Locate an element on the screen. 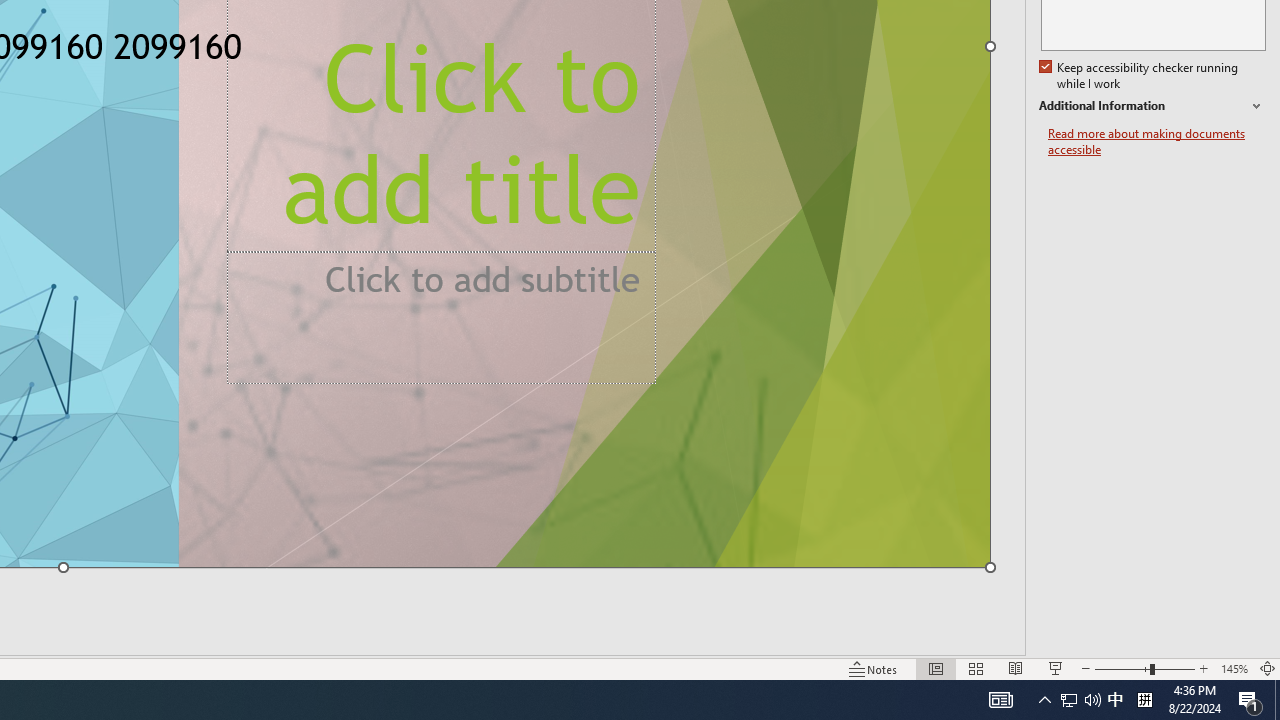 The width and height of the screenshot is (1280, 720). 'Read more about making documents accessible' is located at coordinates (1157, 141).